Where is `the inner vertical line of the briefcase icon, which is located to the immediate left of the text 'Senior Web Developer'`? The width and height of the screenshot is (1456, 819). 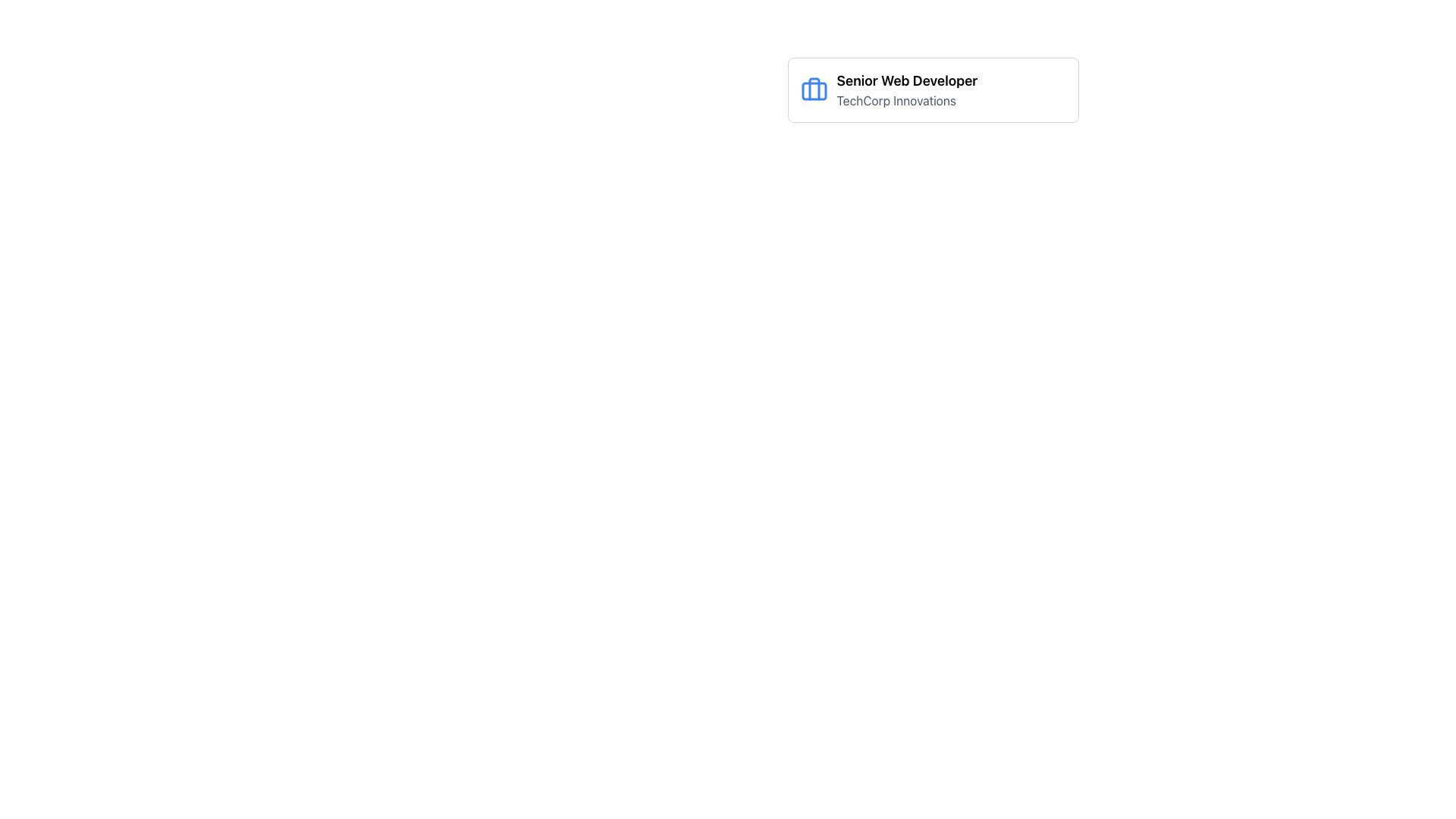
the inner vertical line of the briefcase icon, which is located to the immediate left of the text 'Senior Web Developer' is located at coordinates (813, 89).